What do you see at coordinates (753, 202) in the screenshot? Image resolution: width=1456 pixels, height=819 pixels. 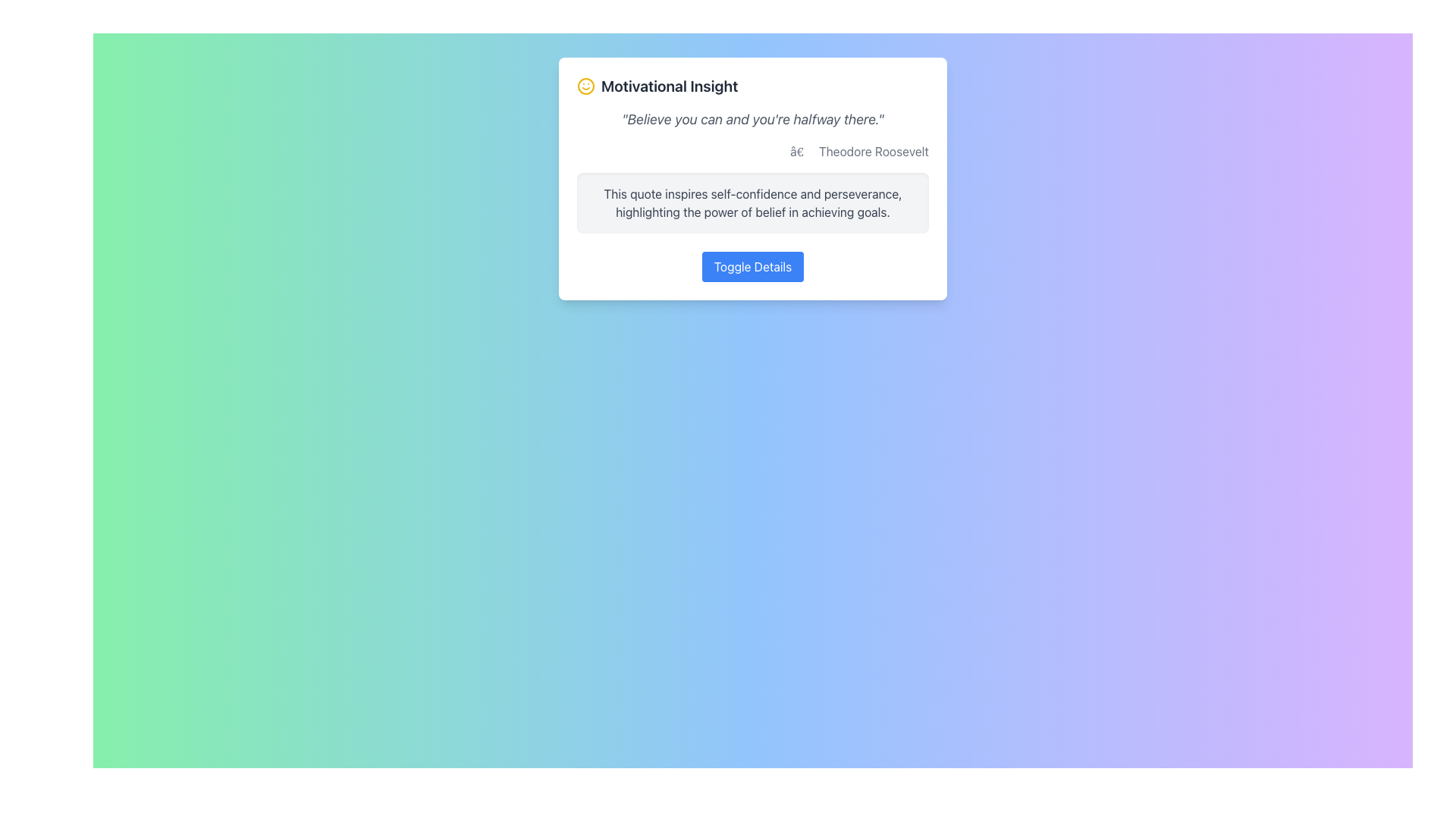 I see `the informational text block that displays a motivational message, located within a white card component below the quote and author information` at bounding box center [753, 202].